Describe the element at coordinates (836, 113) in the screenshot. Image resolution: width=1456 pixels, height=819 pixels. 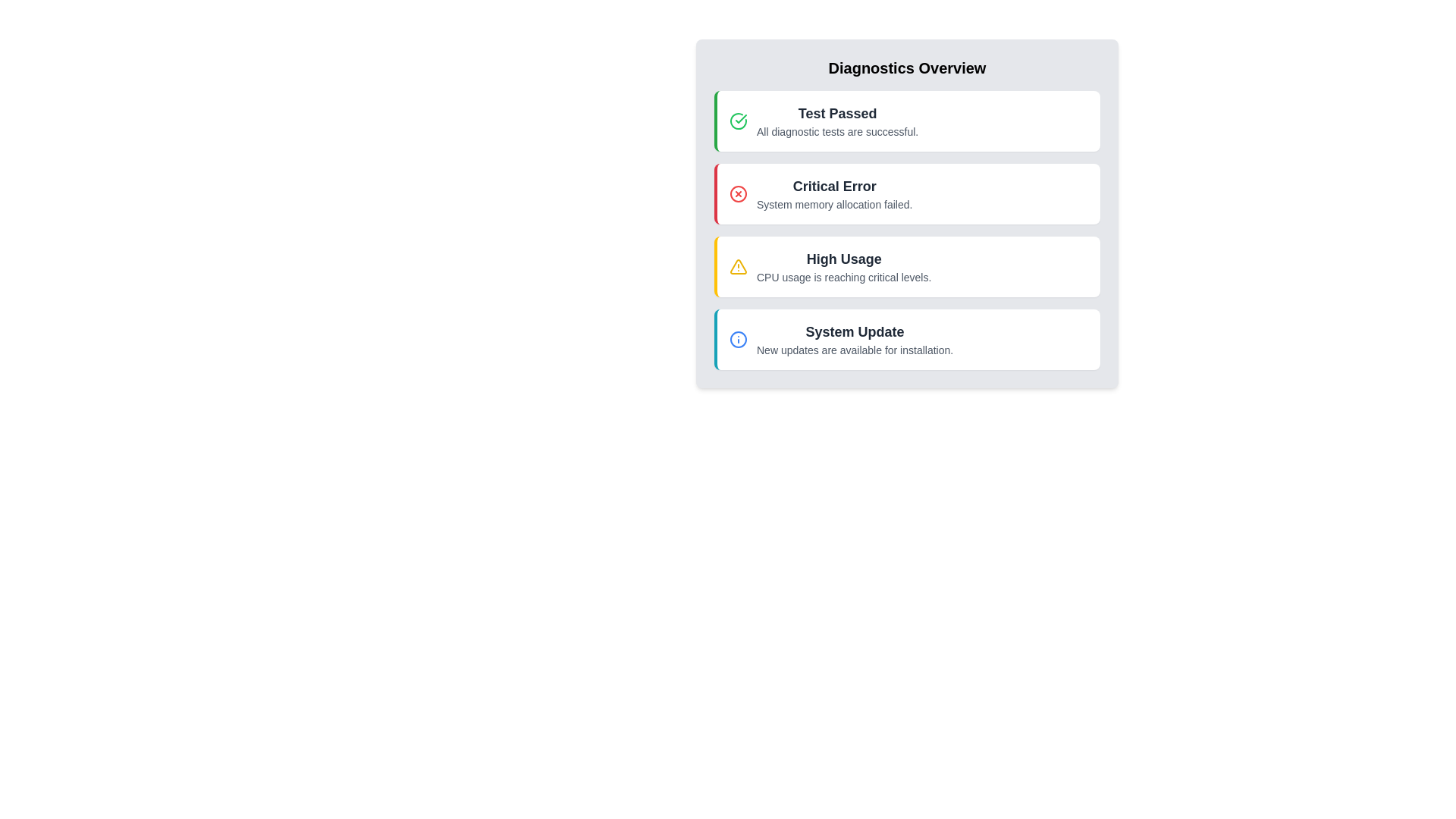
I see `the bold text label that reads 'Test Passed', prominently displayed at the top of the diagnostic information section` at that location.